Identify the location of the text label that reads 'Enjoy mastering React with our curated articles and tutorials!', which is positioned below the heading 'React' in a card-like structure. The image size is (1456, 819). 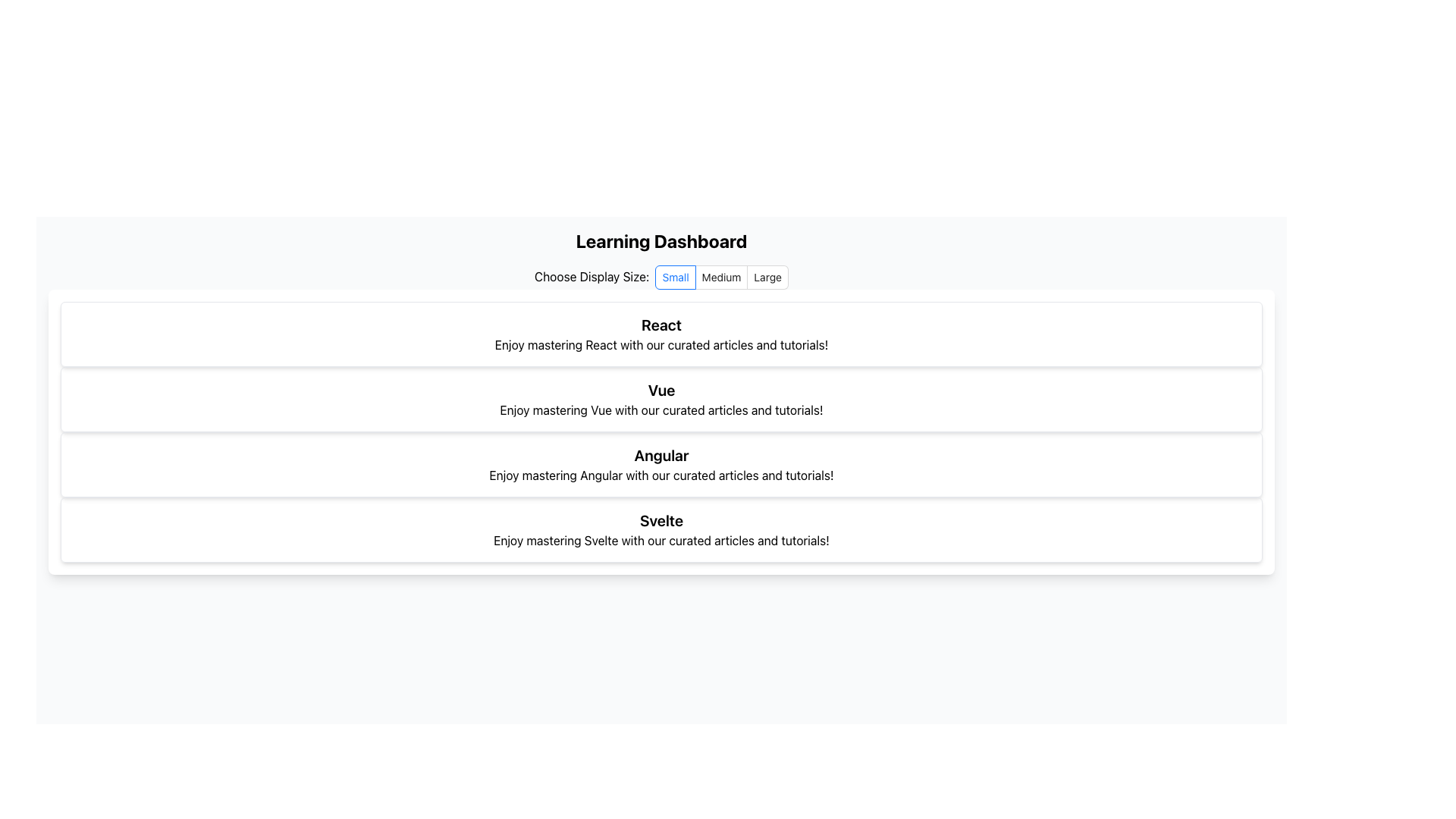
(661, 345).